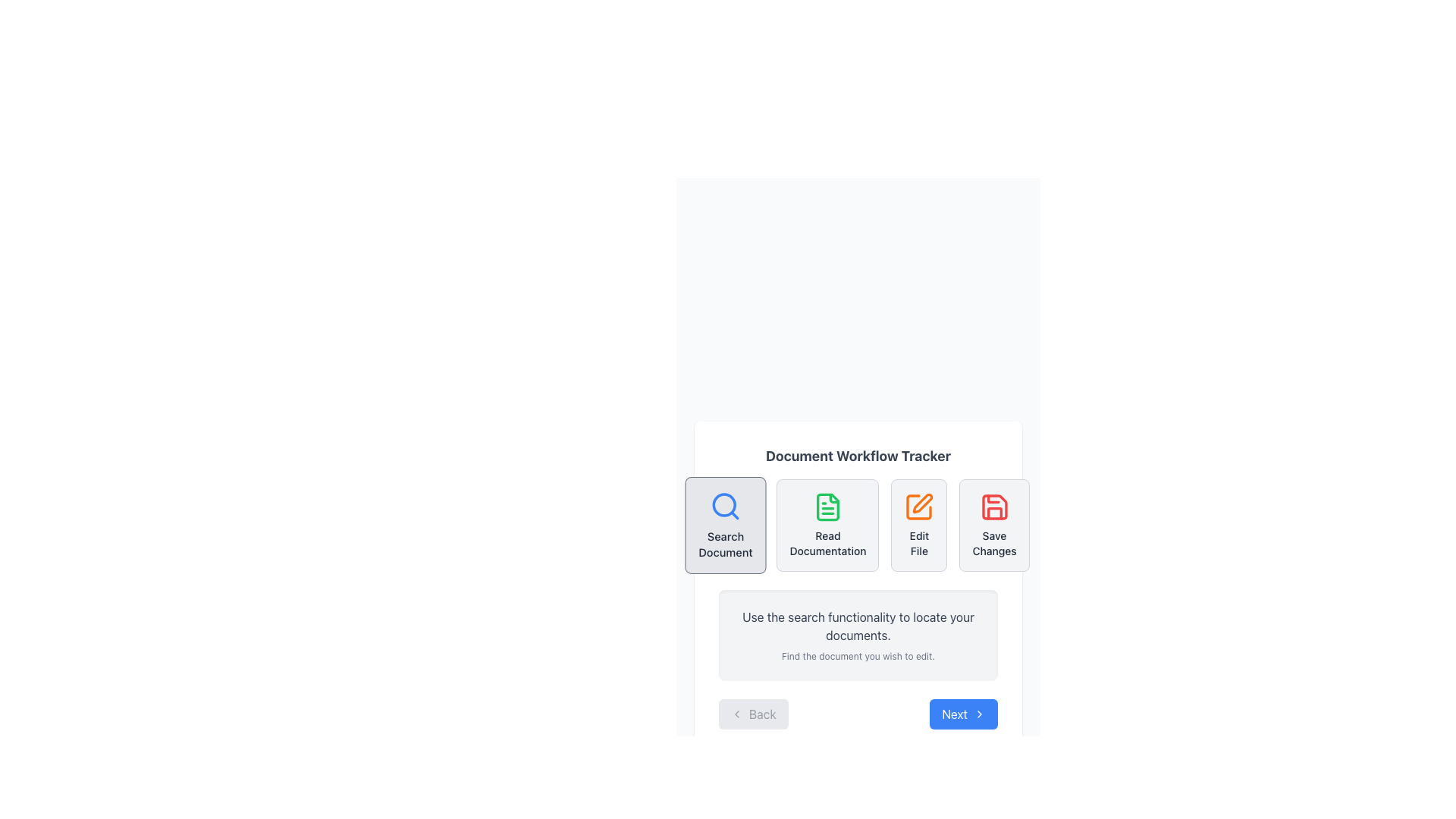  I want to click on the orange pen icon within the 'Edit File' button, which is the third button in a row of four buttons labeled 'Search Document,' 'Read Documentation,' 'Edit File,' and 'Save Changes.', so click(922, 503).